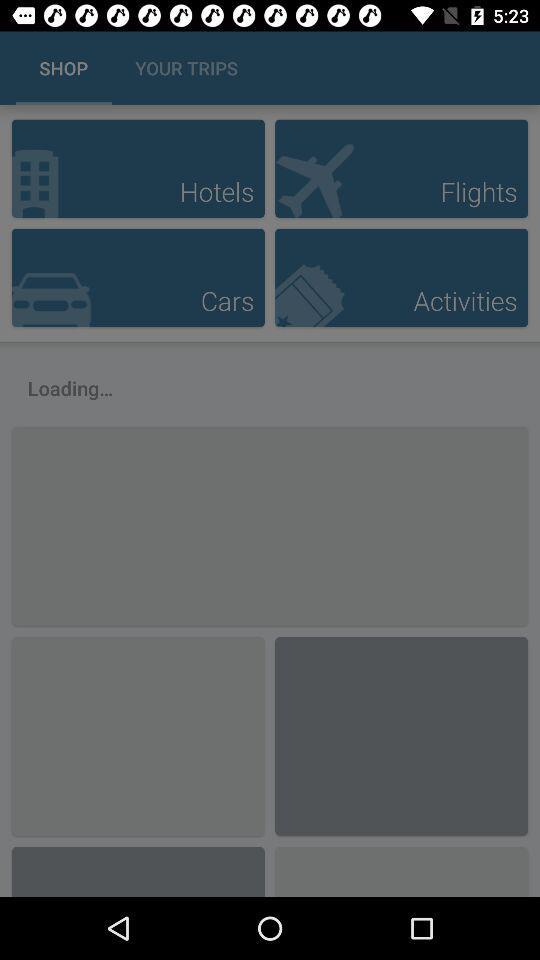 This screenshot has height=960, width=540. What do you see at coordinates (502, 68) in the screenshot?
I see `the icon to the right of your trips icon` at bounding box center [502, 68].